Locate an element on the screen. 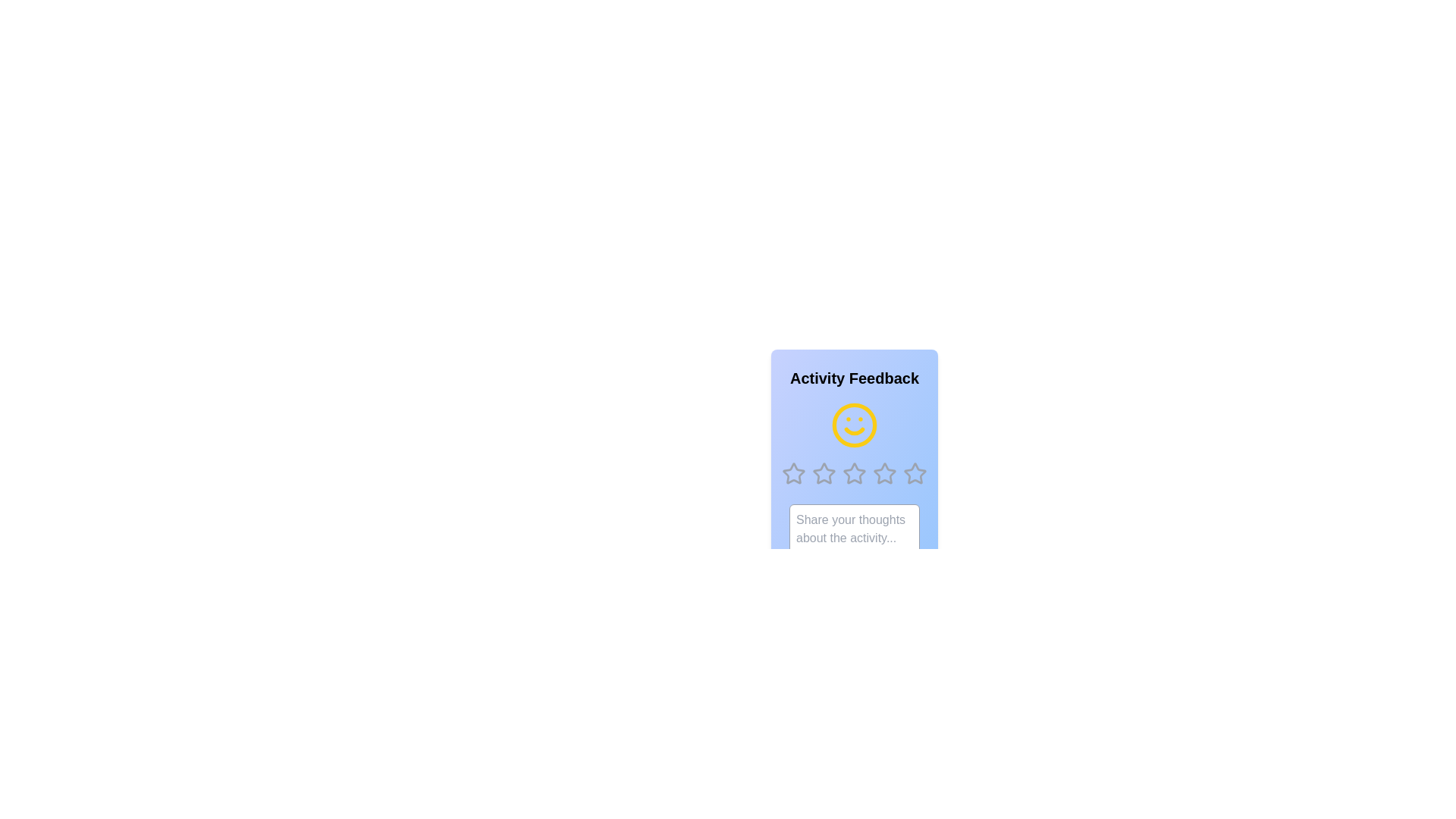 Image resolution: width=1456 pixels, height=819 pixels. the second star icon is located at coordinates (823, 472).